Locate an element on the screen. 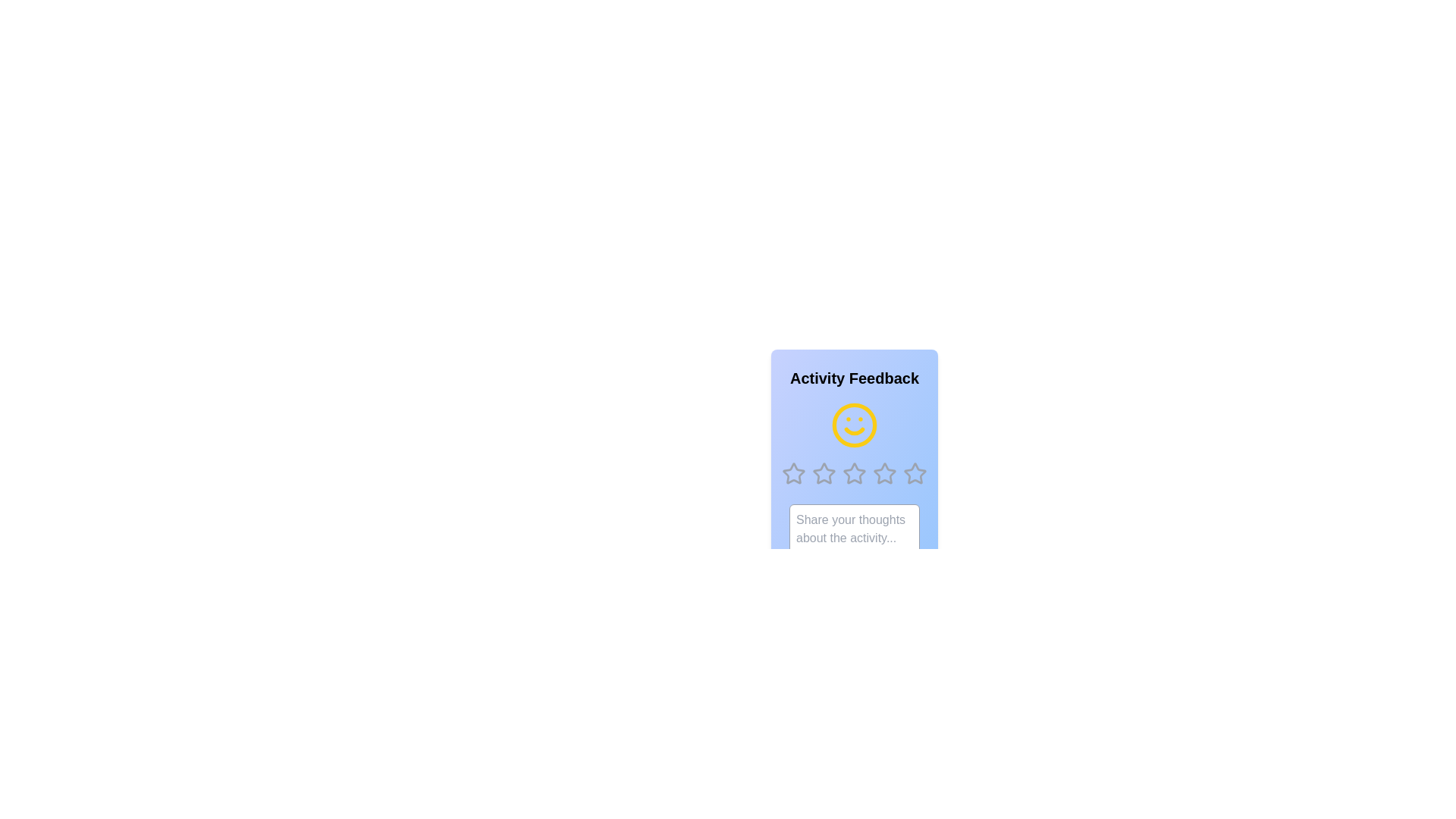 Image resolution: width=1456 pixels, height=819 pixels. the second star icon is located at coordinates (823, 472).